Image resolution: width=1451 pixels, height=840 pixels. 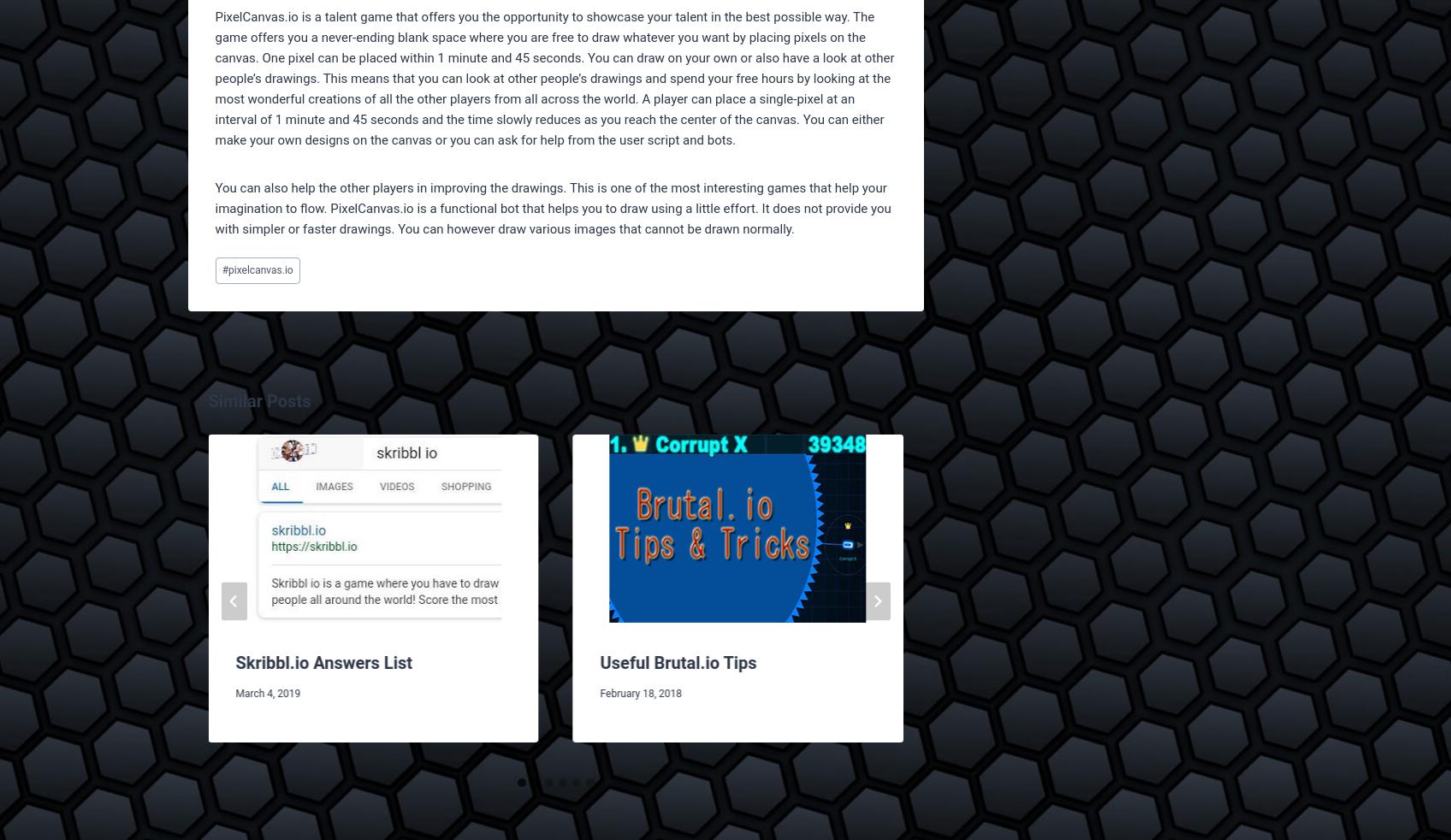 I want to click on 'November 5, 2018', so click(x=1371, y=719).